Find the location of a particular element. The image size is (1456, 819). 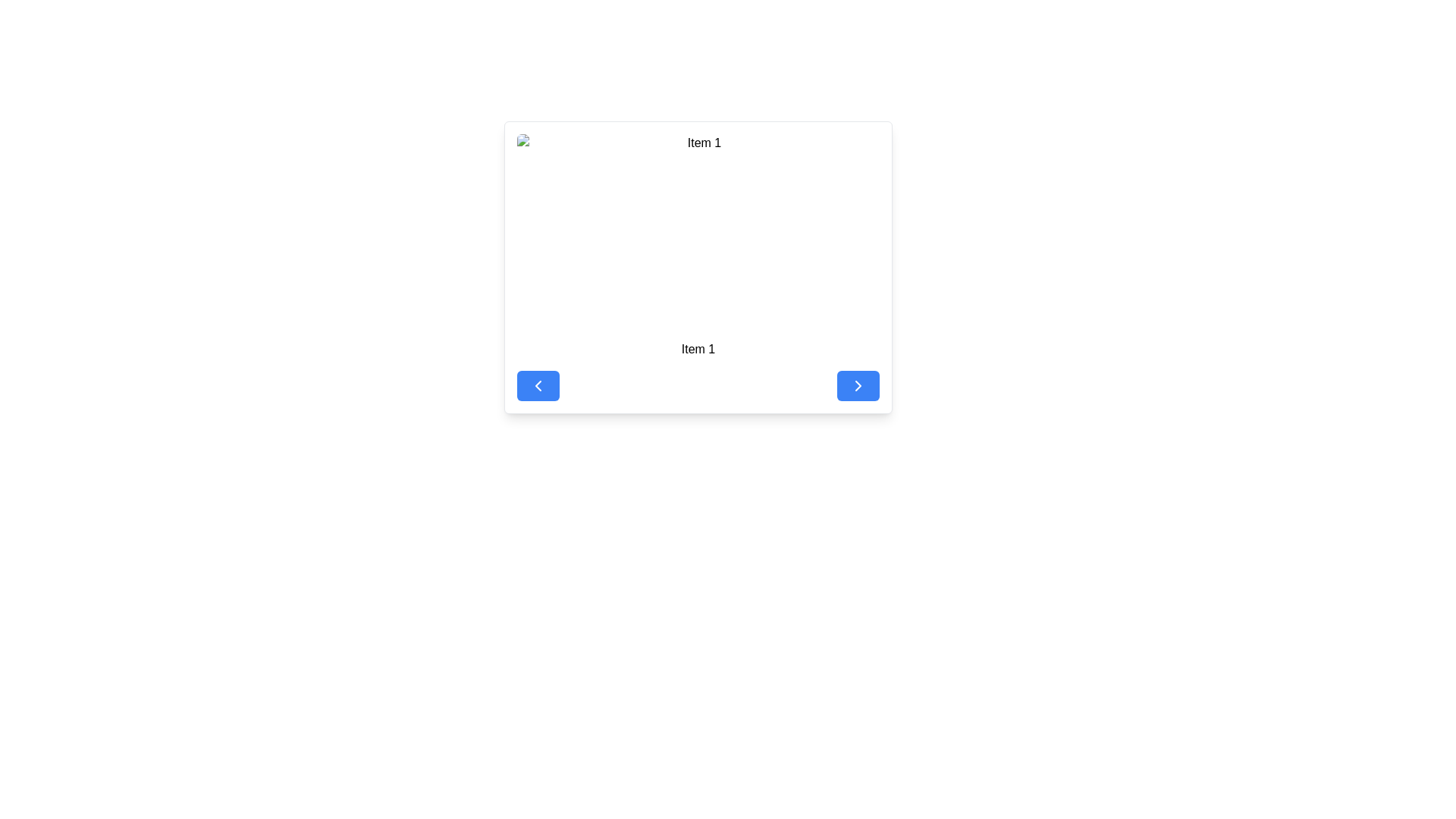

the blue rectangular button with a white left-pointing chevron icon is located at coordinates (538, 385).